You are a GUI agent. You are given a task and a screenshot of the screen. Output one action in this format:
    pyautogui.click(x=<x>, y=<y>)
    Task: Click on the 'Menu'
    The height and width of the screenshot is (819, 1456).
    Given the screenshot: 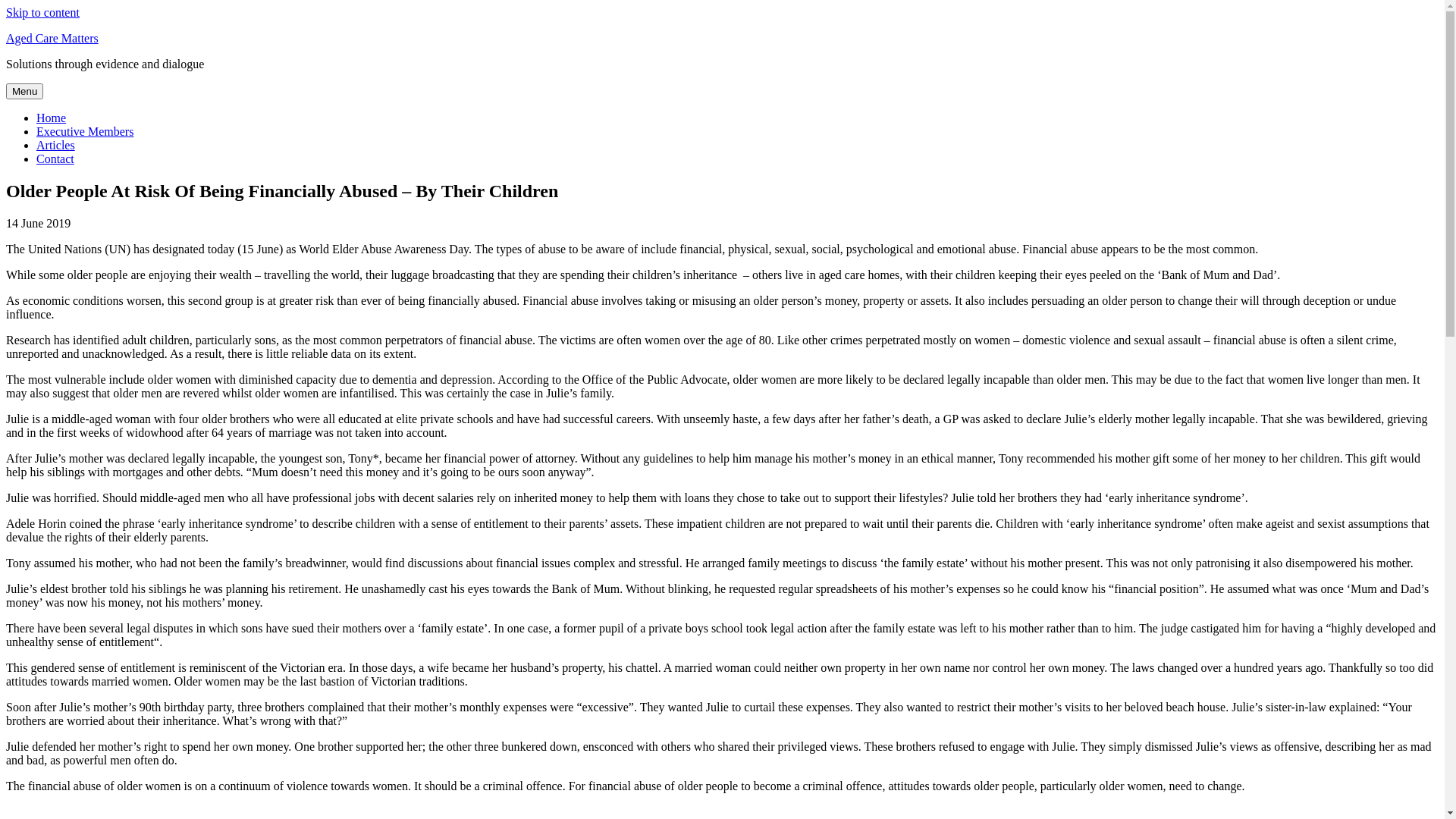 What is the action you would take?
    pyautogui.click(x=6, y=91)
    